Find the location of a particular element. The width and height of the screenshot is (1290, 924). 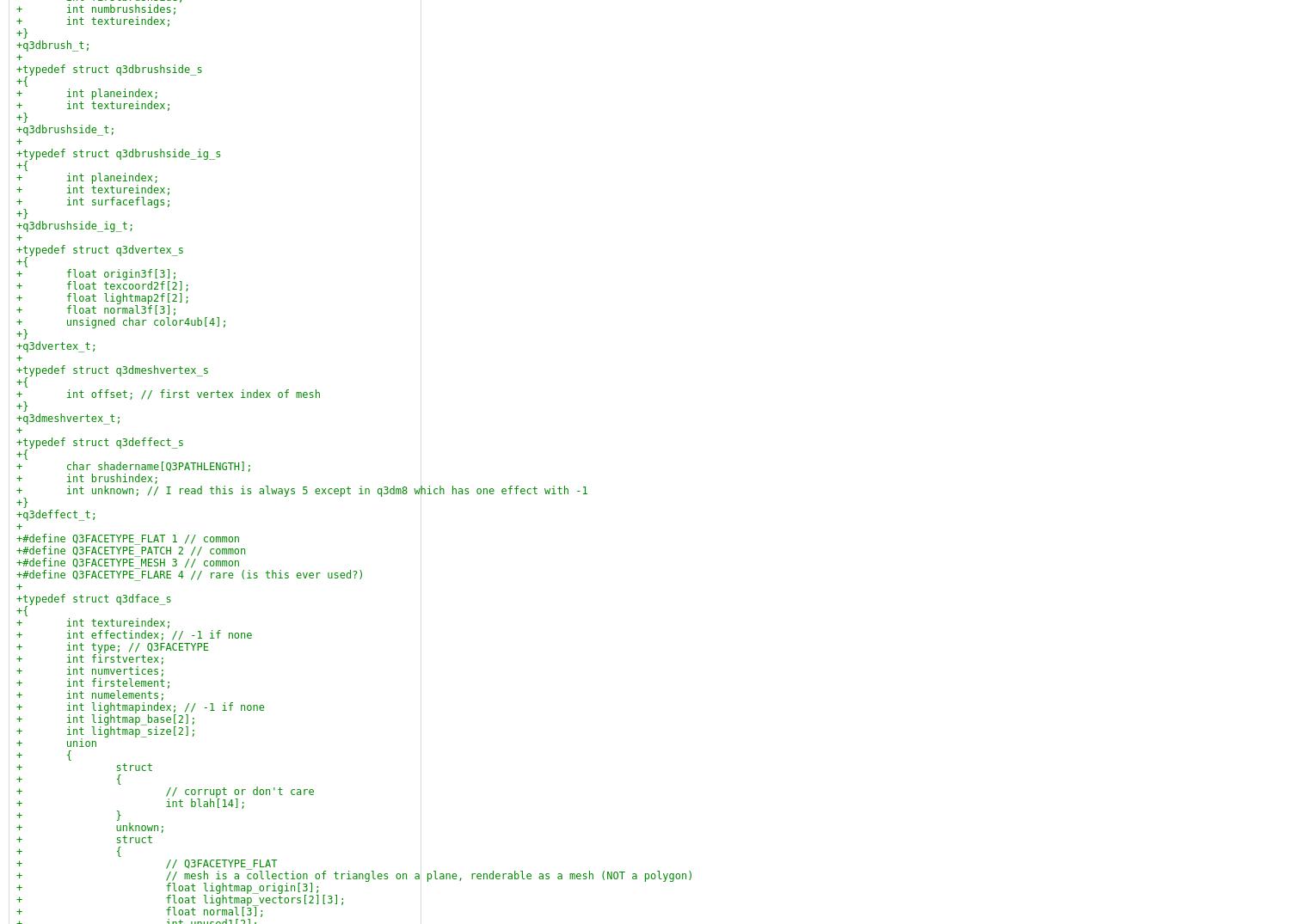

'+       int firstvertex;' is located at coordinates (89, 659).